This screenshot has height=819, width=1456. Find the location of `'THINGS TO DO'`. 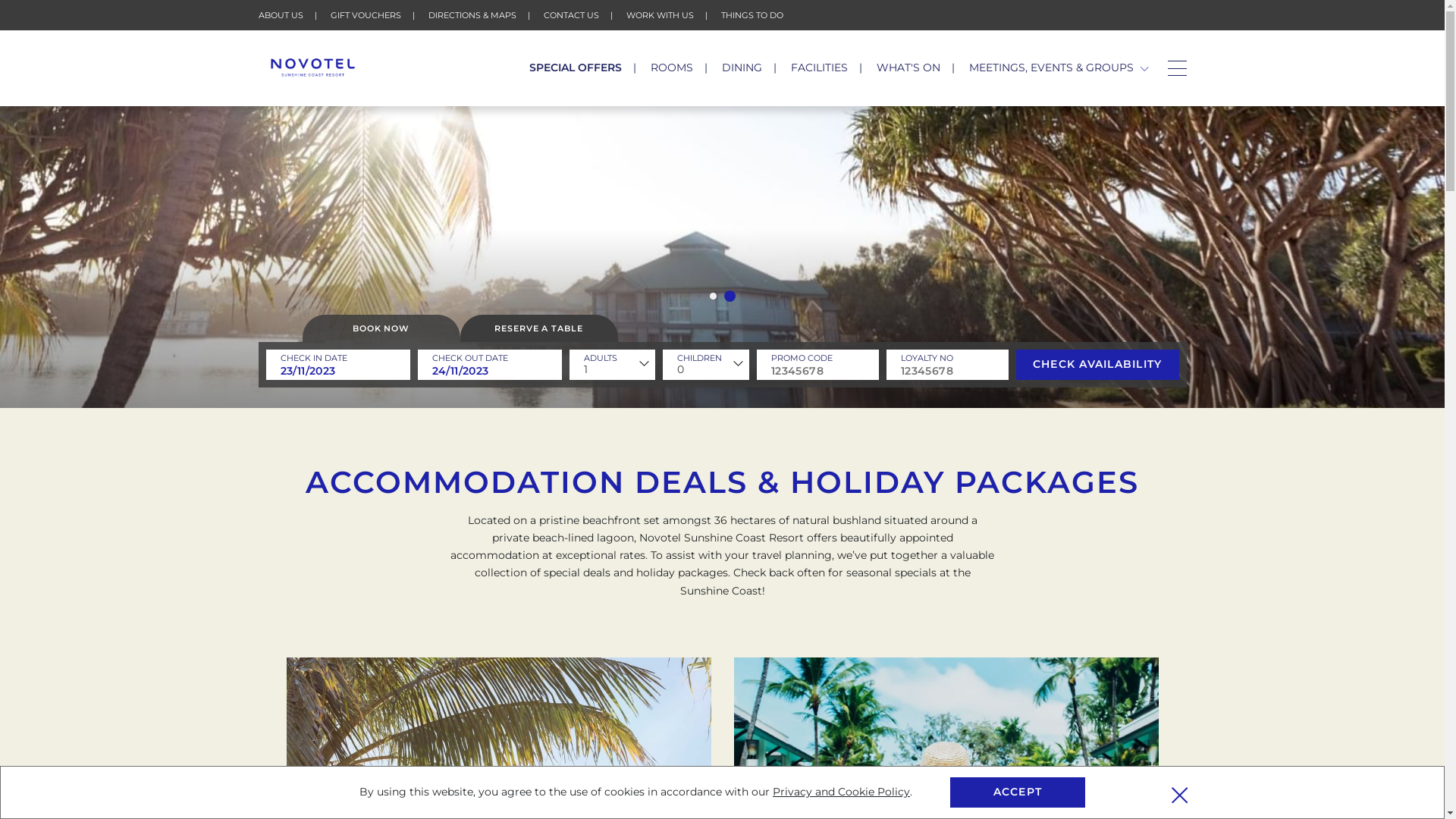

'THINGS TO DO' is located at coordinates (751, 14).